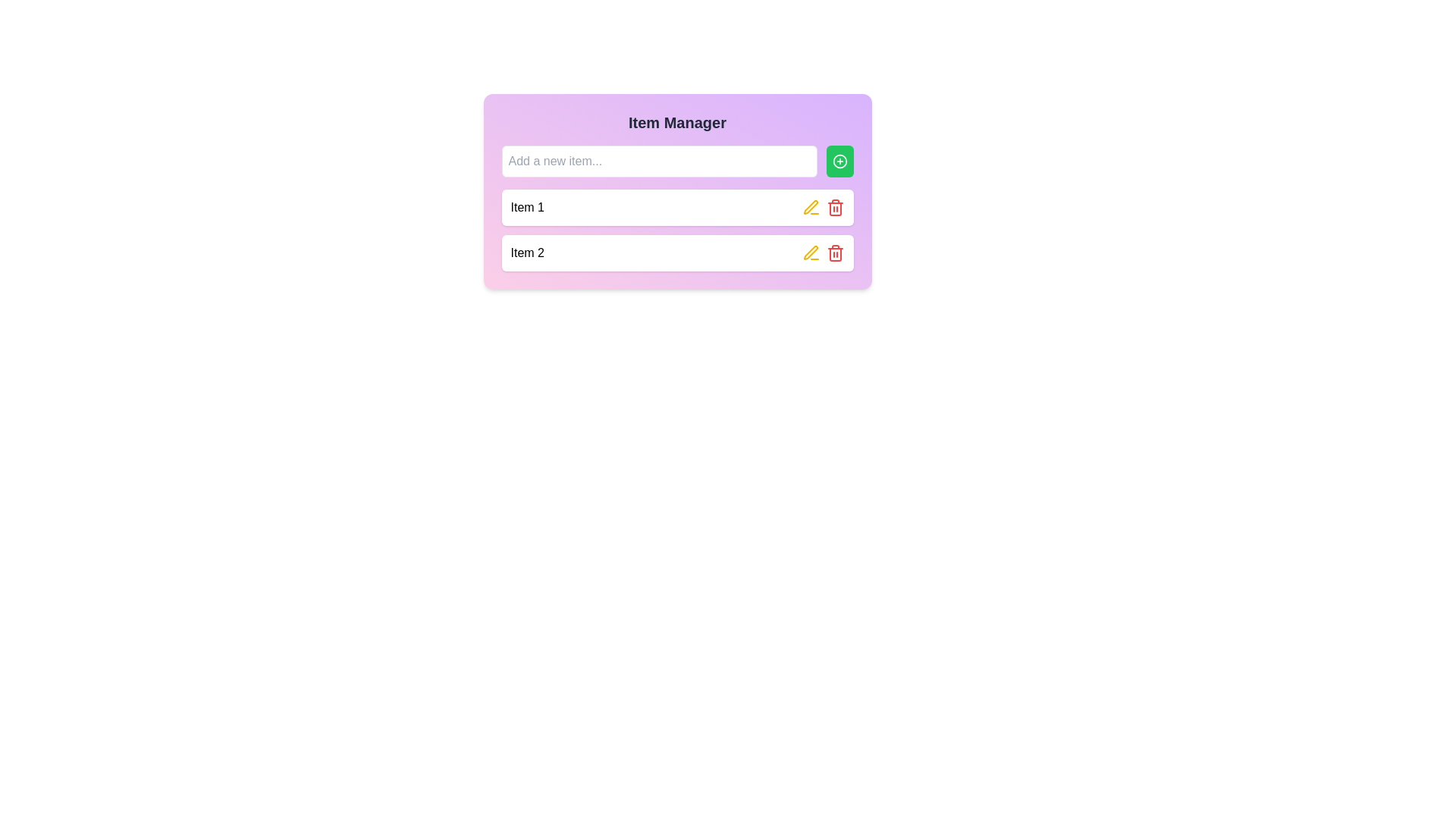 Image resolution: width=1456 pixels, height=819 pixels. I want to click on heading text element that displays 'Item Manager', which is in bold, dark gray font and centrally positioned within a gradient-colored rectangular box, so click(676, 122).